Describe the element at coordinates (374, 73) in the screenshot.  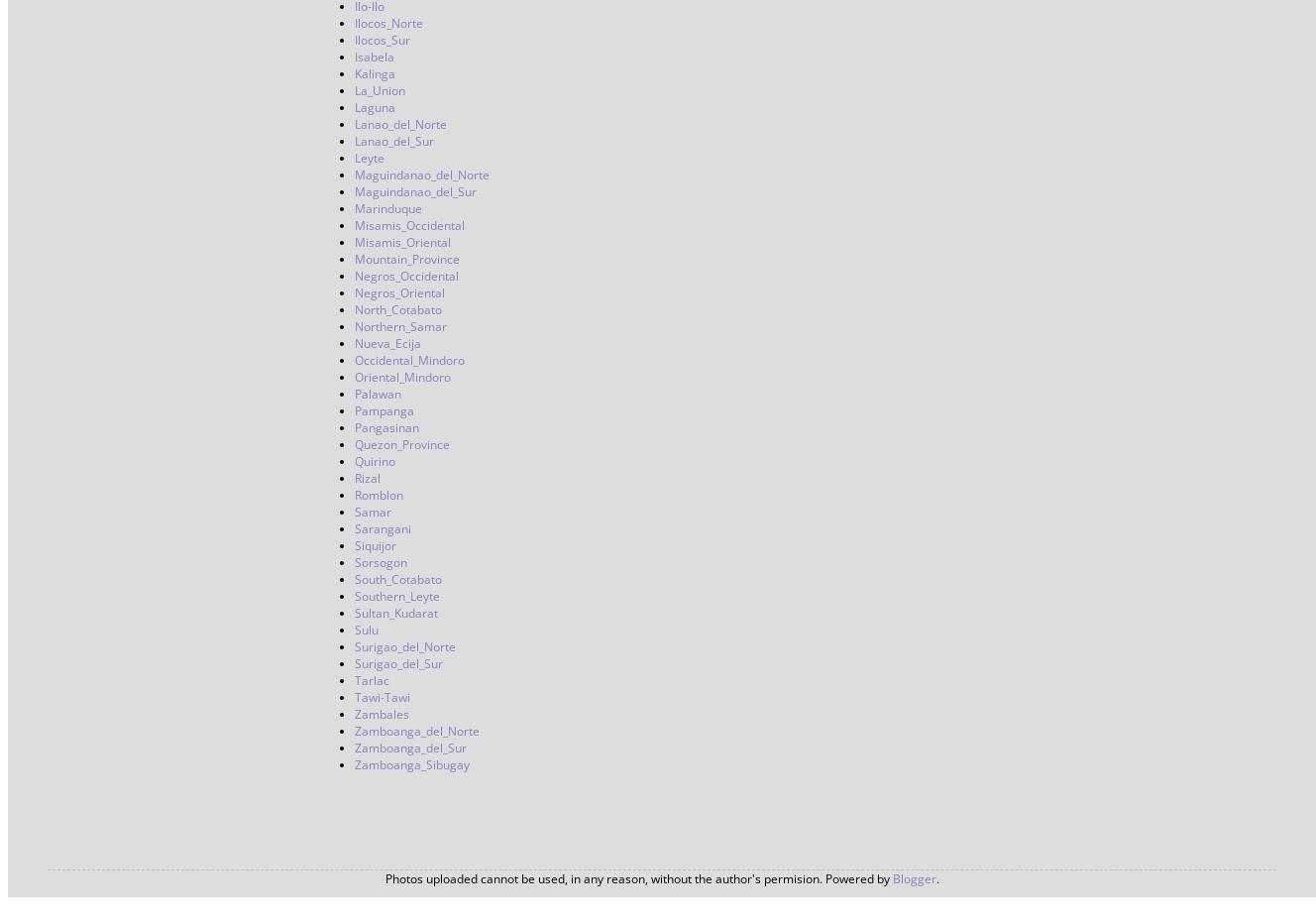
I see `'Kalinga'` at that location.